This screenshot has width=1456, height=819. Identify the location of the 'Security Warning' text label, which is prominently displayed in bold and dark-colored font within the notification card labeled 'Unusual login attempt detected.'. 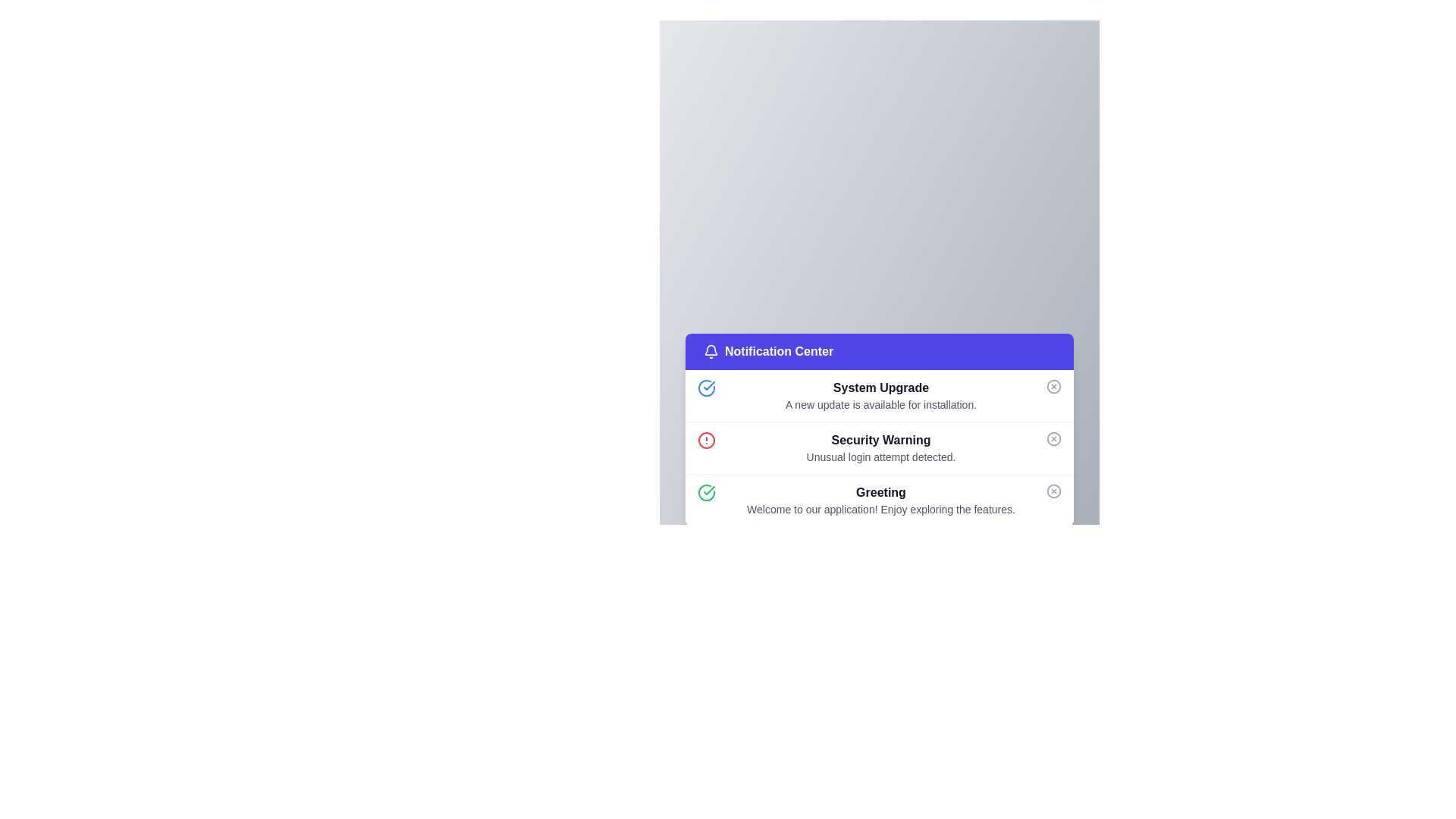
(880, 441).